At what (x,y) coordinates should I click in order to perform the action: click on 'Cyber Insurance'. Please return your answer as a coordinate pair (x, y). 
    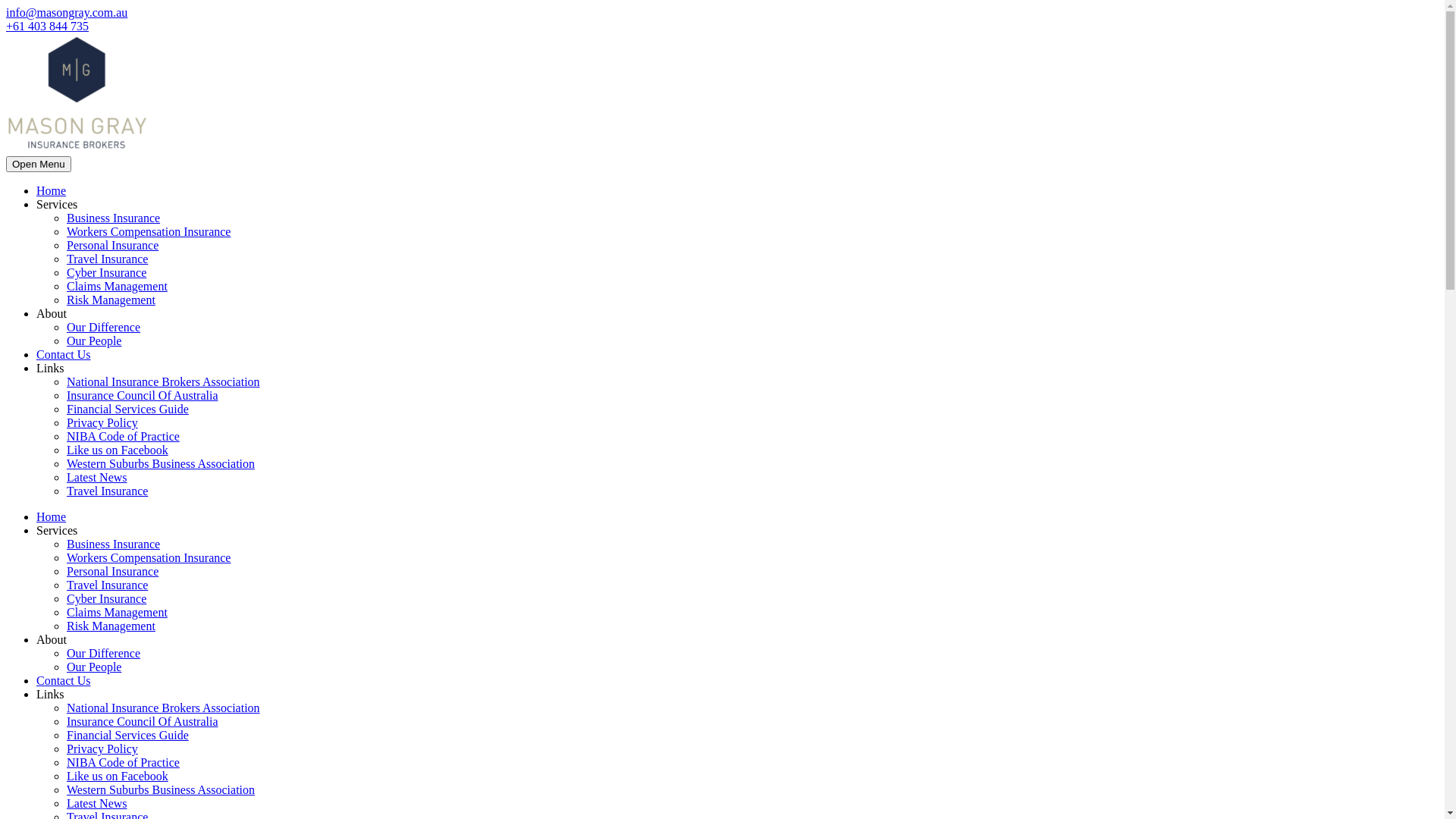
    Looking at the image, I should click on (105, 598).